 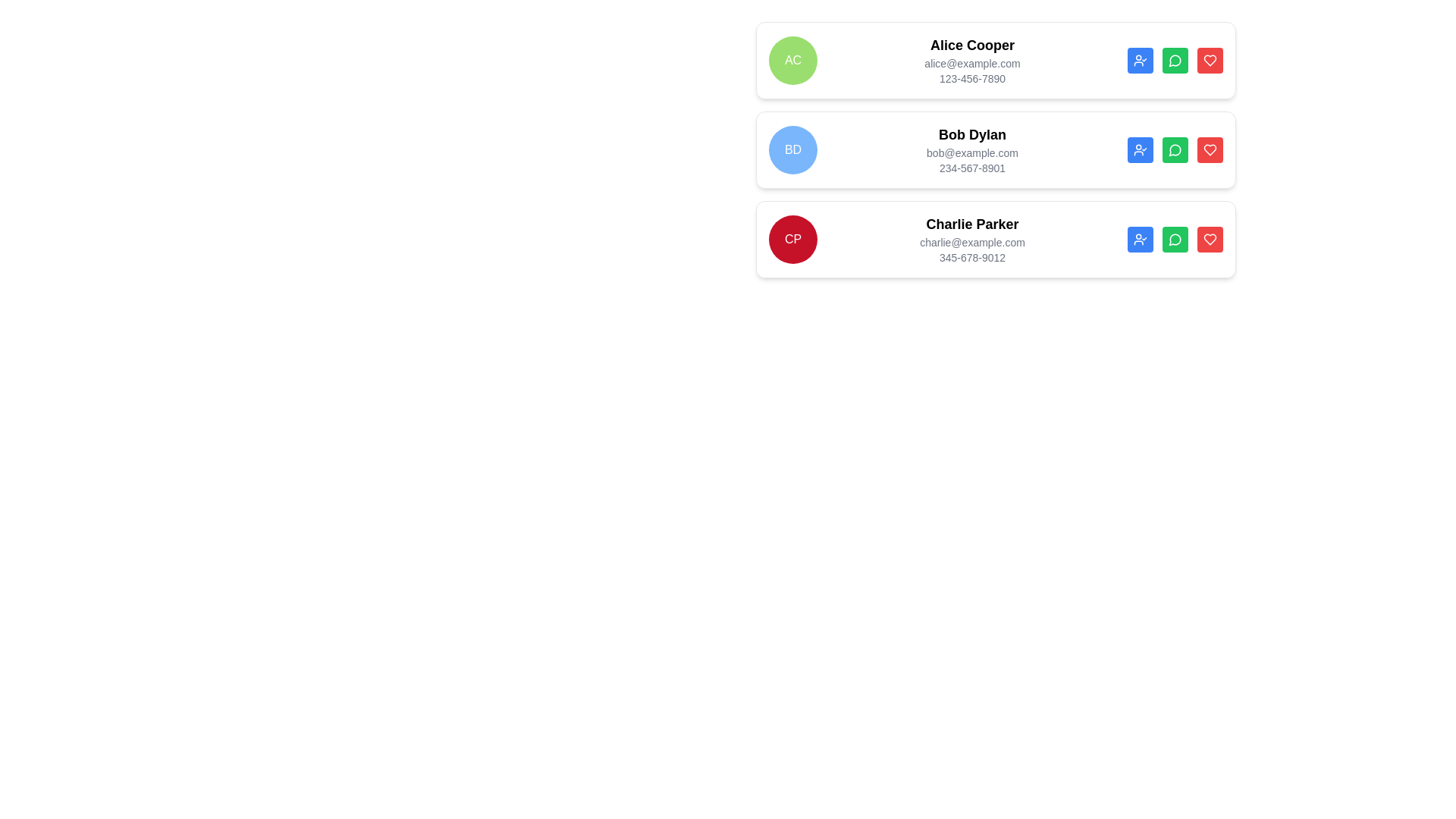 What do you see at coordinates (1174, 60) in the screenshot?
I see `the messaging button representing the communication feature for Charlie Parker located in the third column of action buttons, second row` at bounding box center [1174, 60].